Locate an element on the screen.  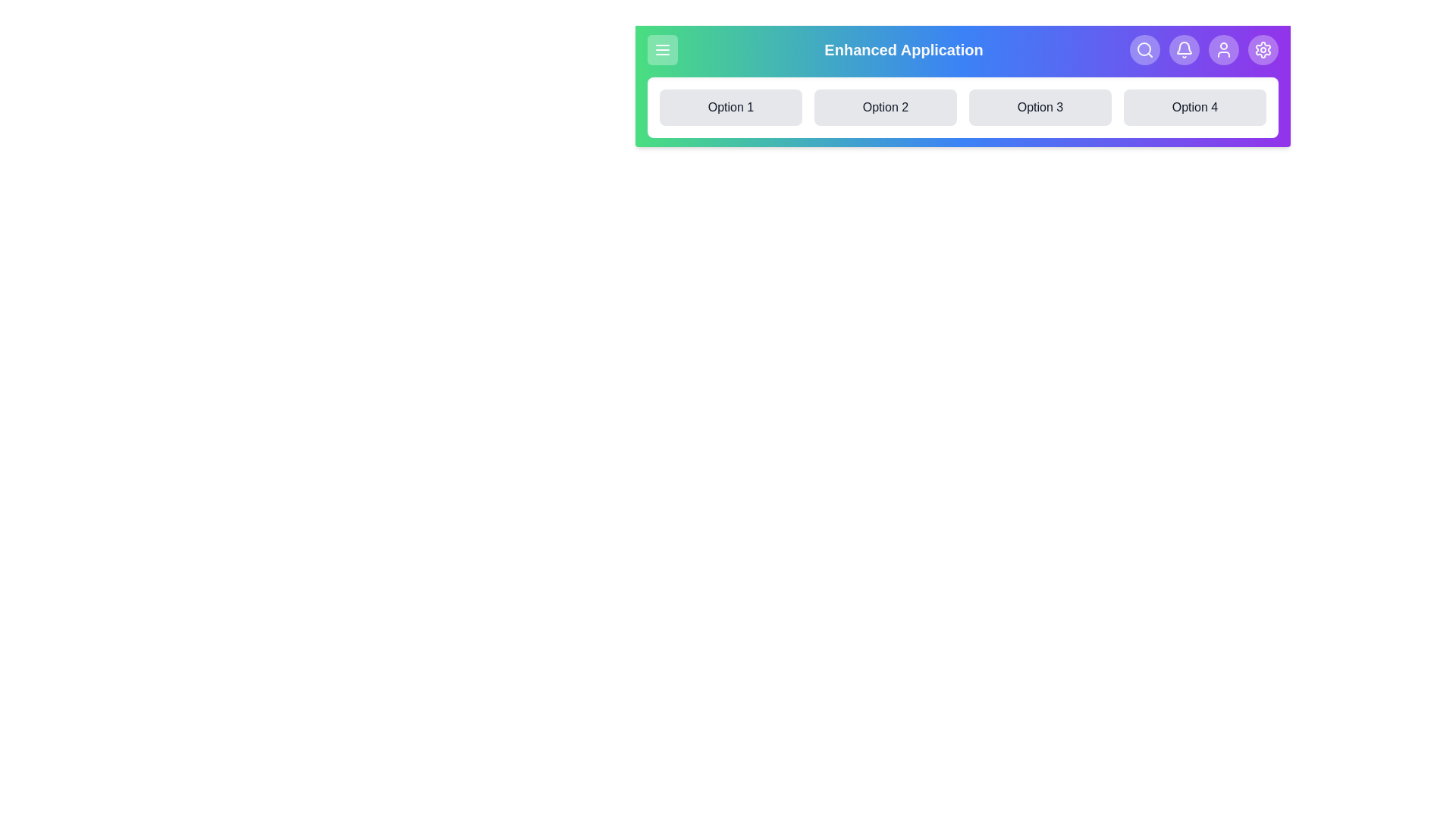
the Settings button in the navigation bar is located at coordinates (1263, 49).